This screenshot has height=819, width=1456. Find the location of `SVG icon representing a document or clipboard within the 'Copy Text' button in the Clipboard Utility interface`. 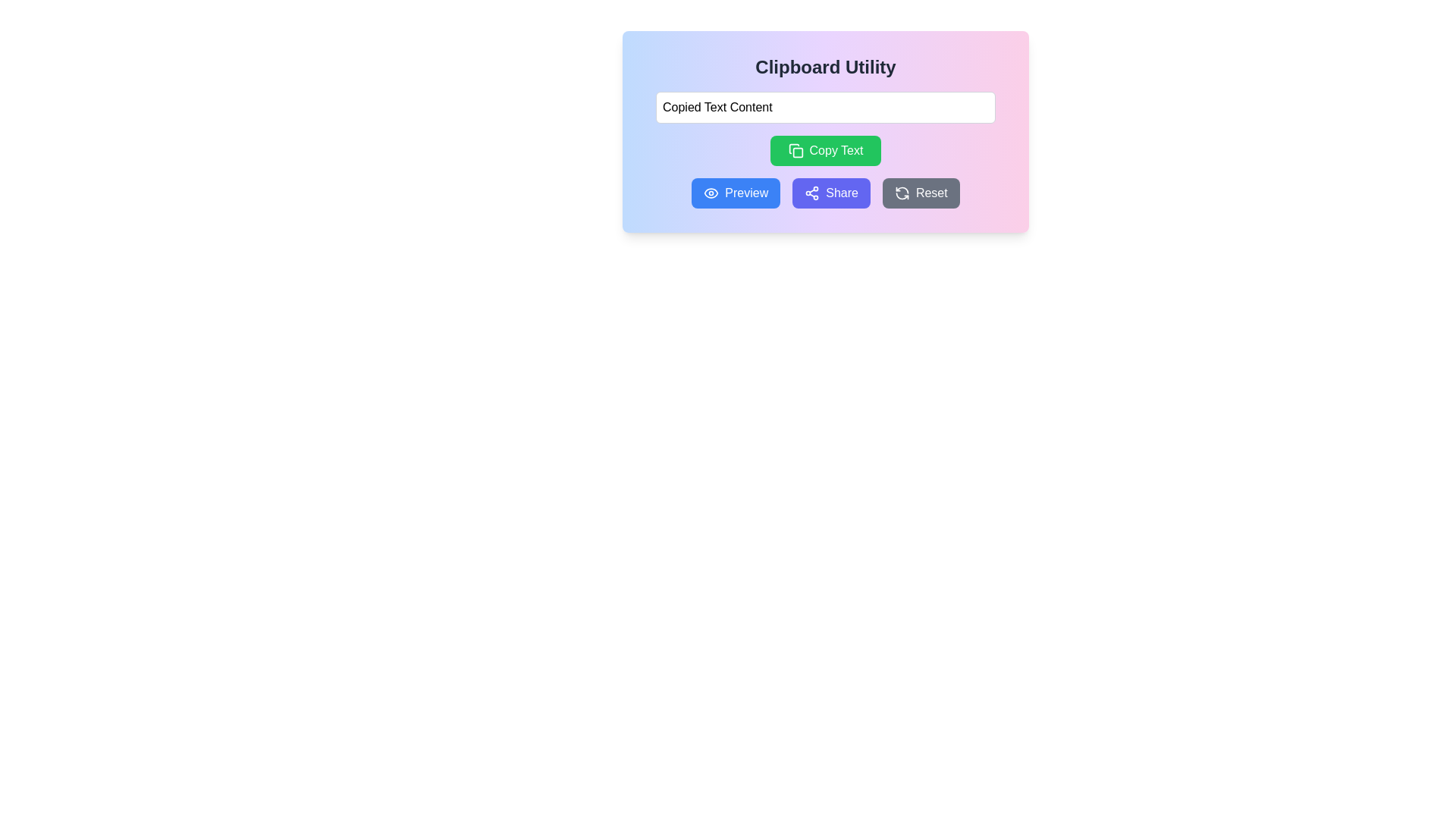

SVG icon representing a document or clipboard within the 'Copy Text' button in the Clipboard Utility interface is located at coordinates (792, 149).